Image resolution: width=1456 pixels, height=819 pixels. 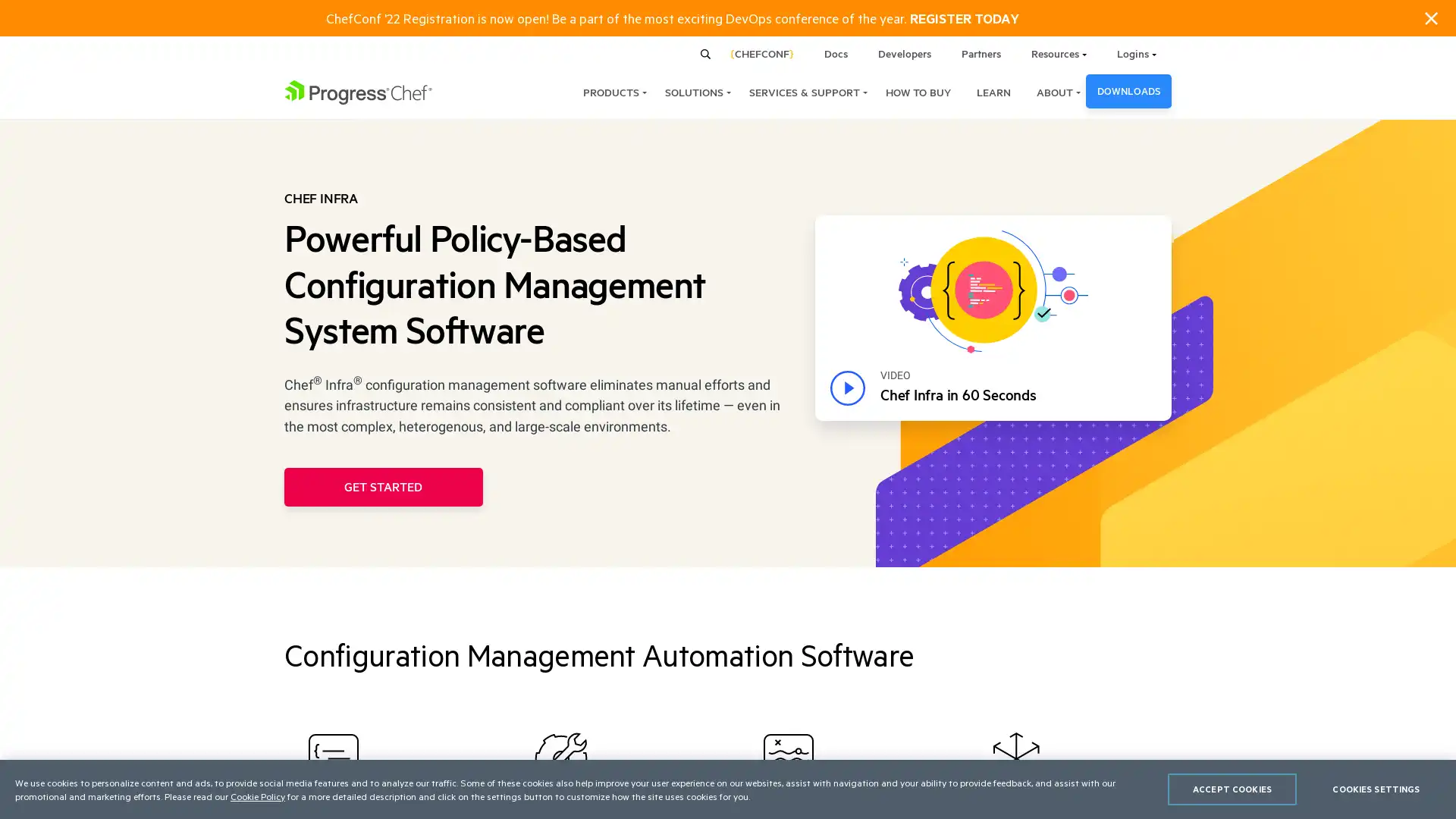 What do you see at coordinates (1136, 54) in the screenshot?
I see `Logins` at bounding box center [1136, 54].